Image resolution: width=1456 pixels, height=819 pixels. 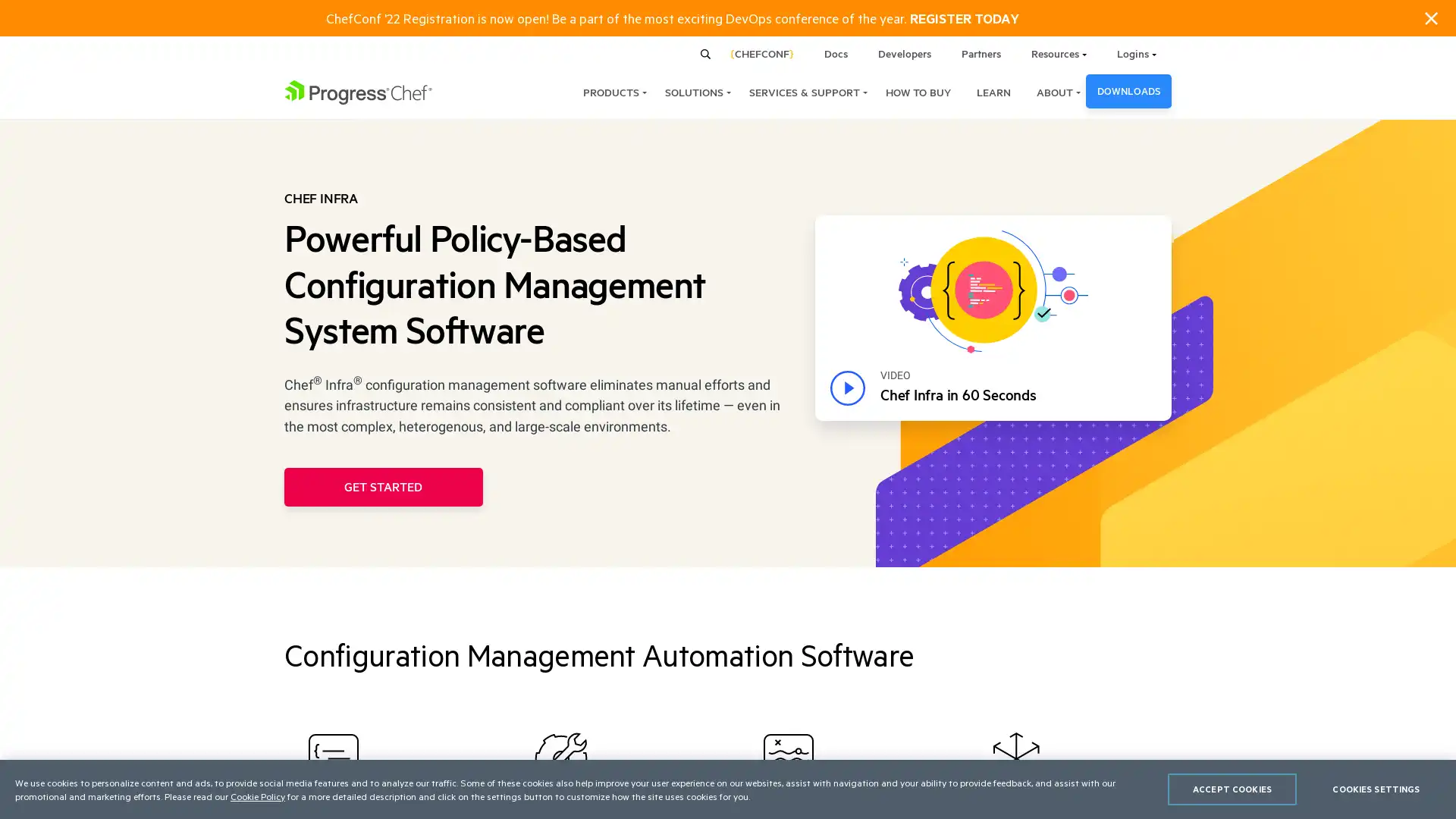 What do you see at coordinates (1136, 54) in the screenshot?
I see `Logins` at bounding box center [1136, 54].